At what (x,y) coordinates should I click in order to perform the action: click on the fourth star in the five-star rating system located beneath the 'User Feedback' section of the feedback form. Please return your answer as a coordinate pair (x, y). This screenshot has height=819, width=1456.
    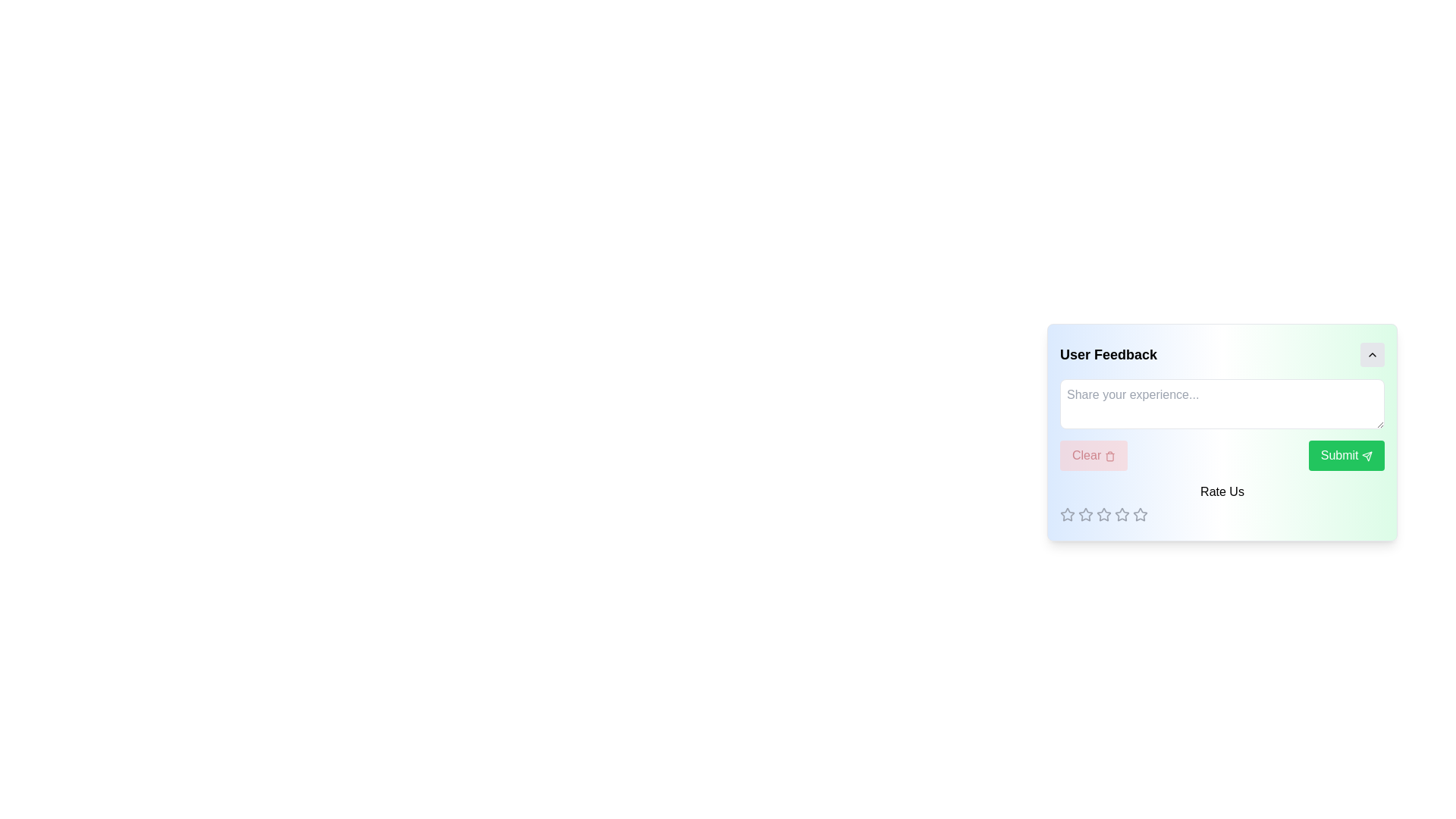
    Looking at the image, I should click on (1103, 513).